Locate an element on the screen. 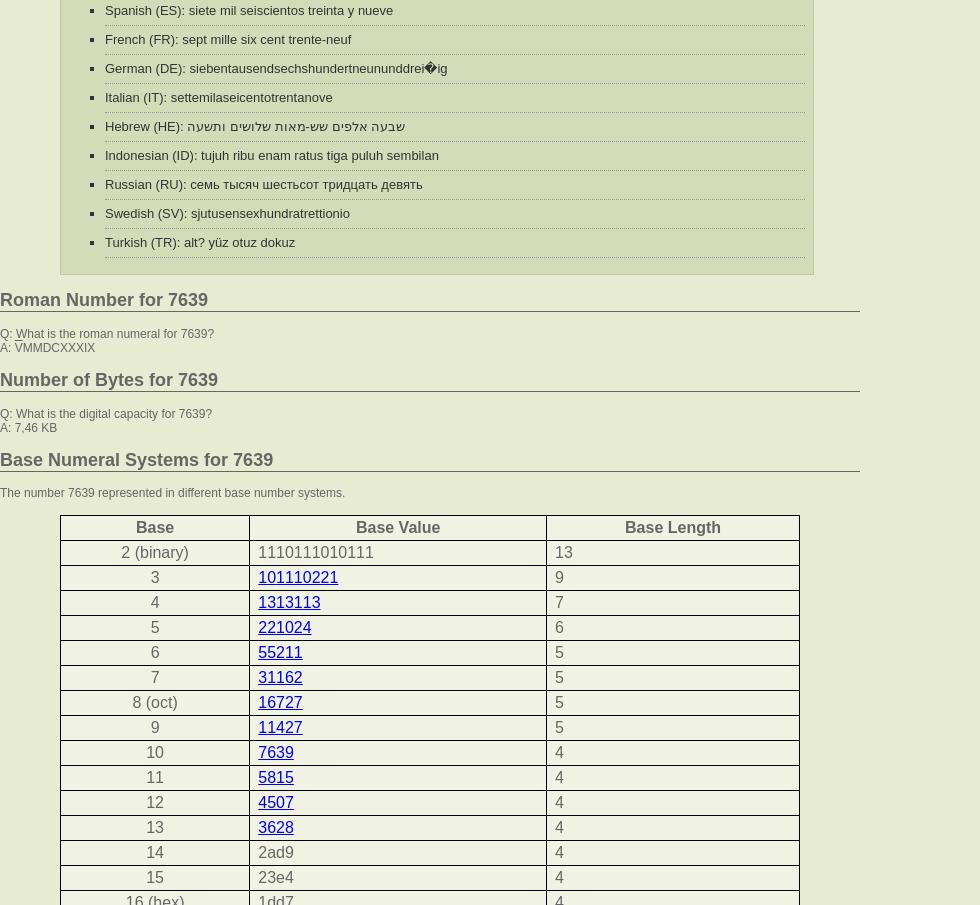 The image size is (980, 905). '10' is located at coordinates (155, 751).